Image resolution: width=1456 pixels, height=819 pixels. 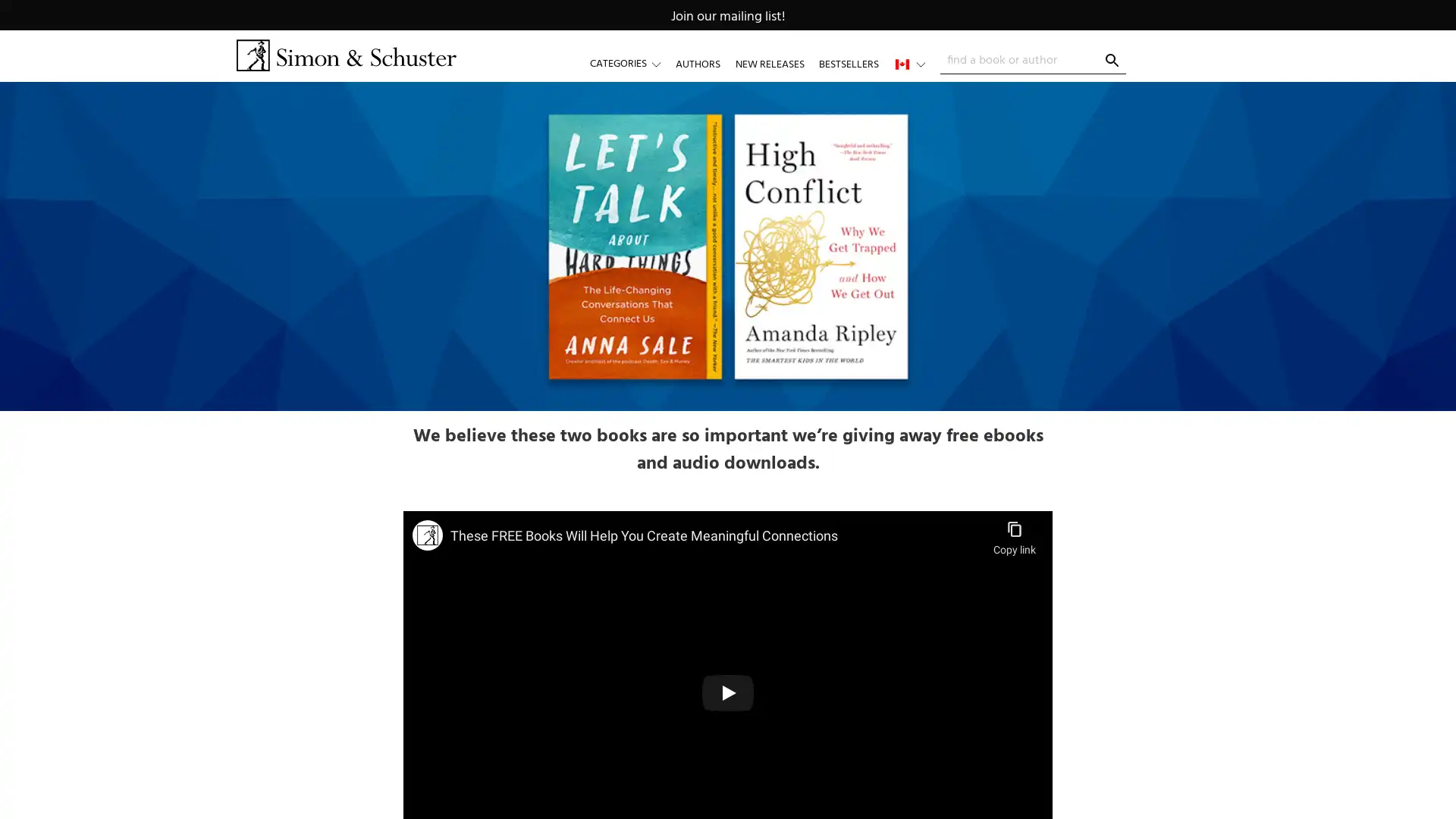 I want to click on AUTHORS, so click(x=697, y=63).